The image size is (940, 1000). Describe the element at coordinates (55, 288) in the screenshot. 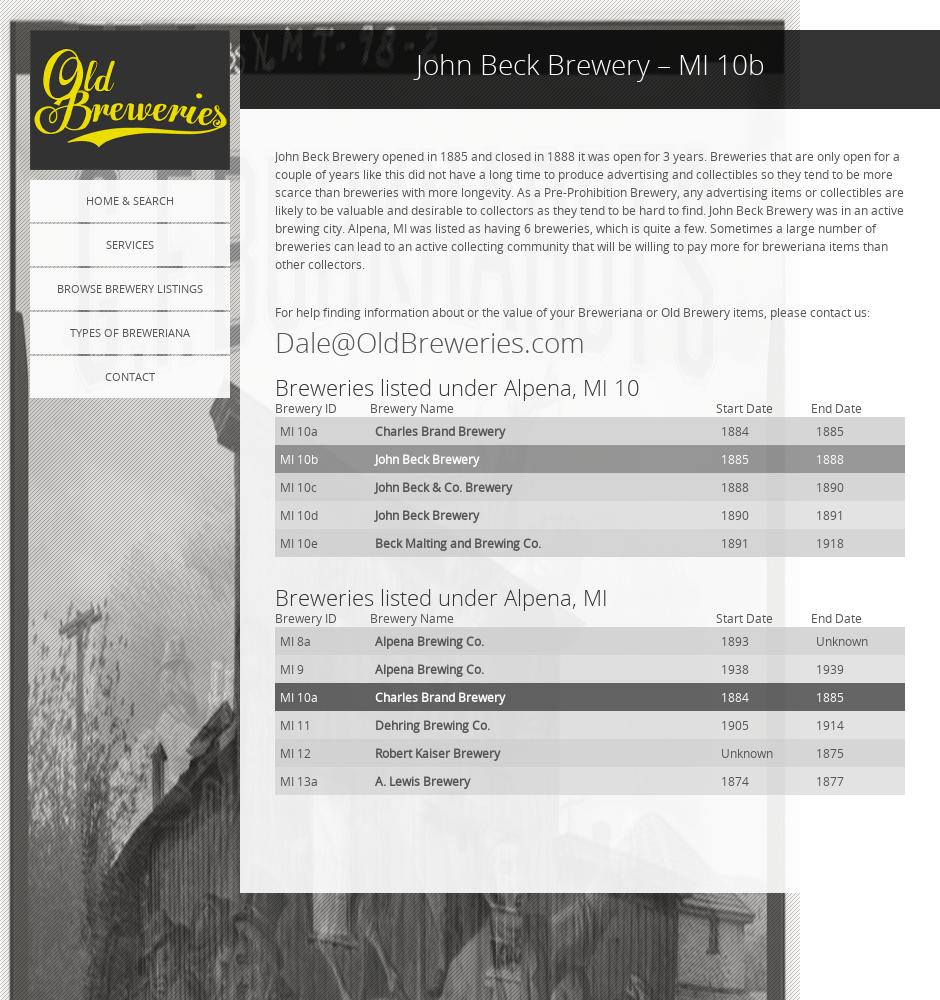

I see `'Browse Brewery Listings'` at that location.